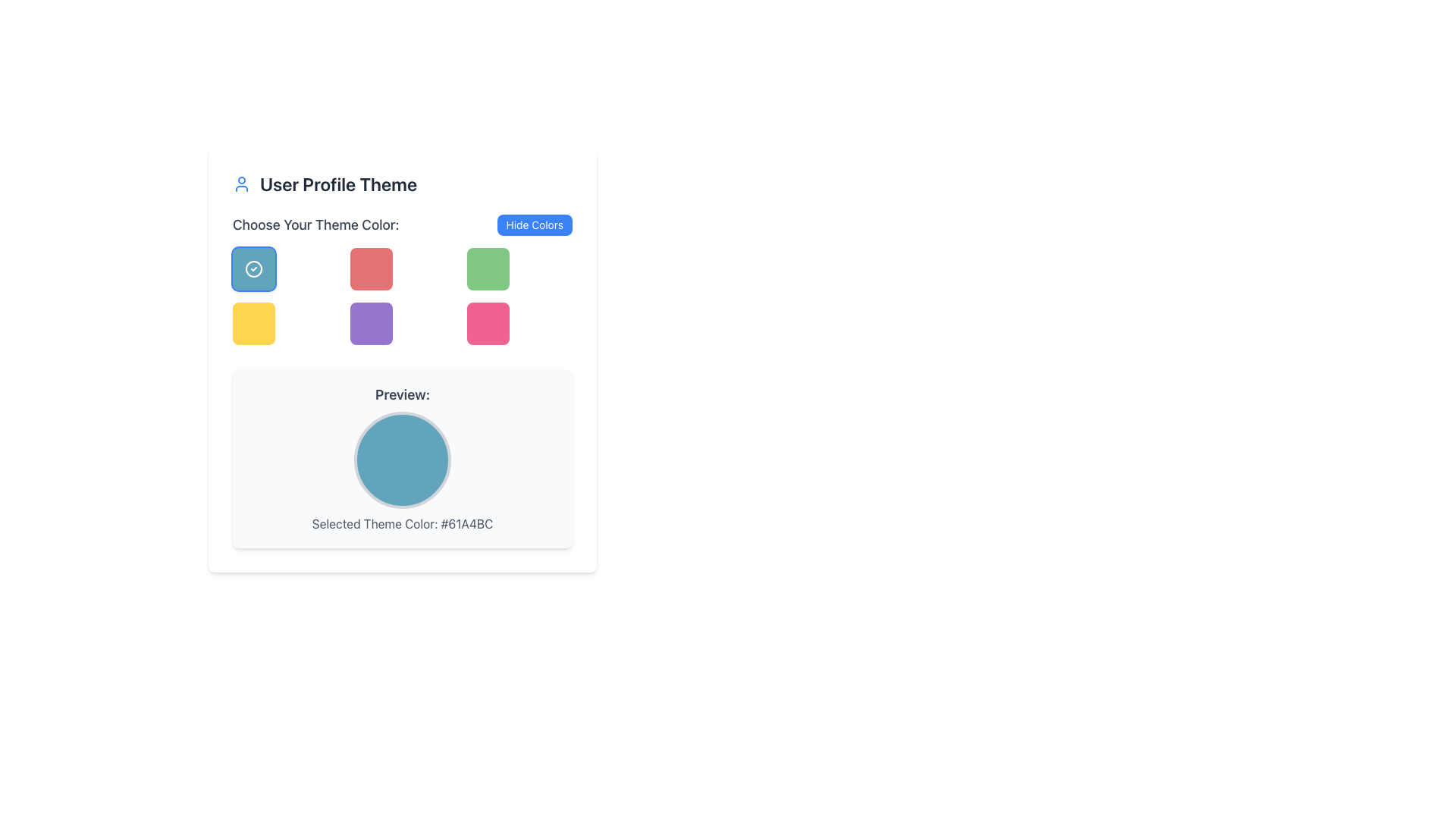 The image size is (1456, 819). What do you see at coordinates (488, 323) in the screenshot?
I see `the interactive color selection box located in the bottom-right corner of a 3x3 grid, which allows users to select a pink theme for their user profile` at bounding box center [488, 323].